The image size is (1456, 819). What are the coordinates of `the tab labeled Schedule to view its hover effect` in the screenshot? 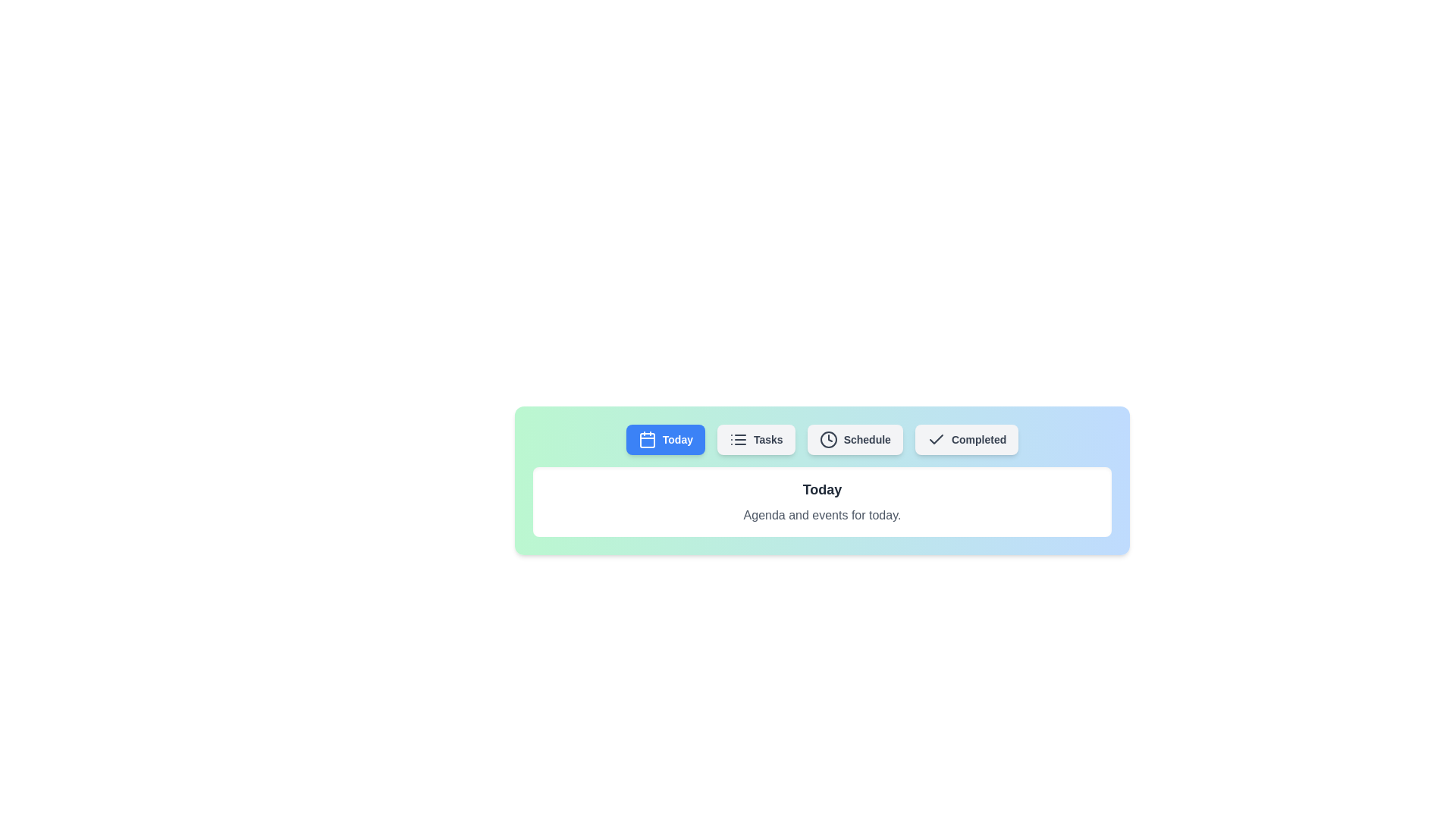 It's located at (855, 439).